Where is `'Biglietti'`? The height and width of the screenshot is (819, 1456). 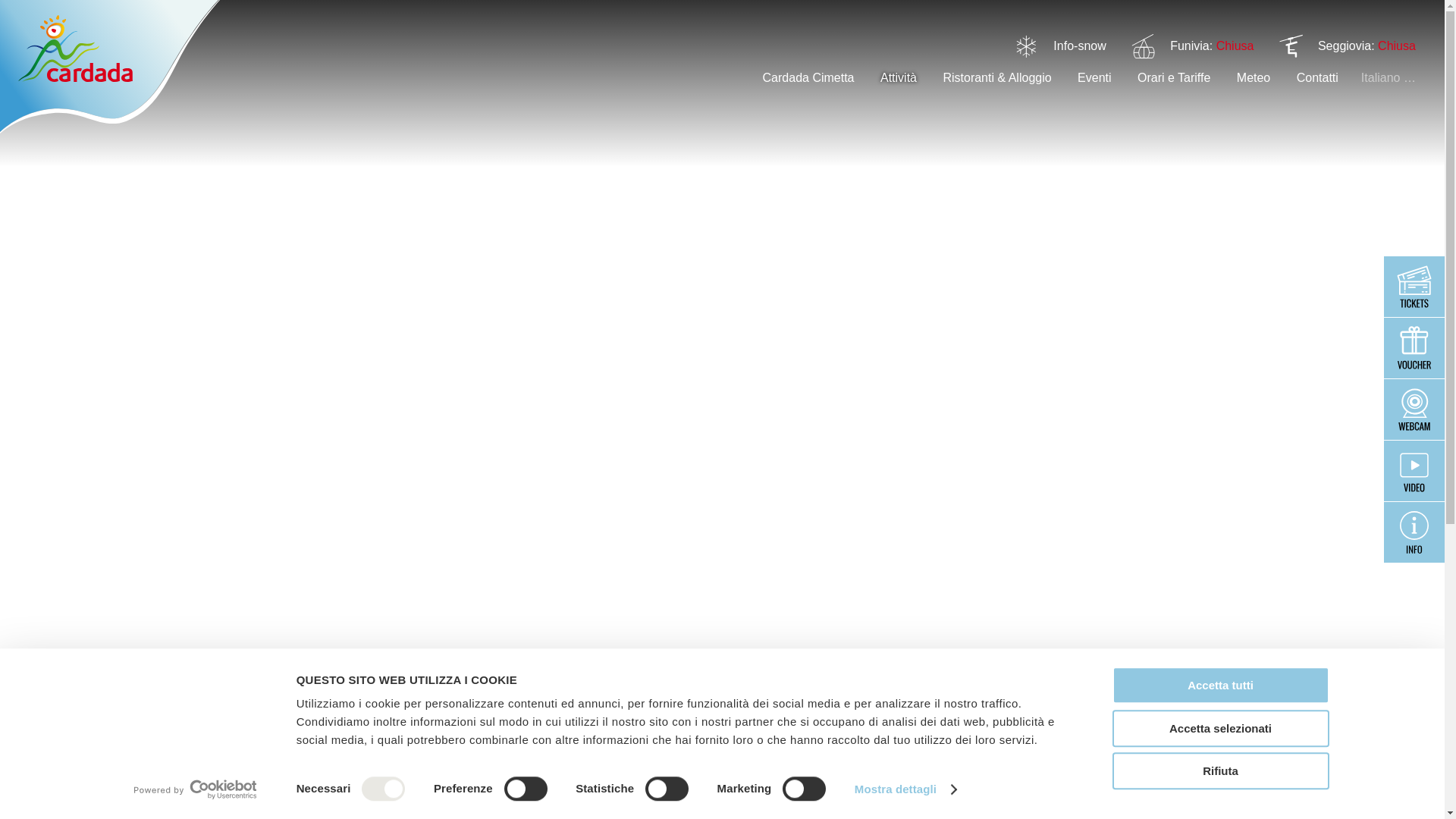 'Biglietti' is located at coordinates (1414, 287).